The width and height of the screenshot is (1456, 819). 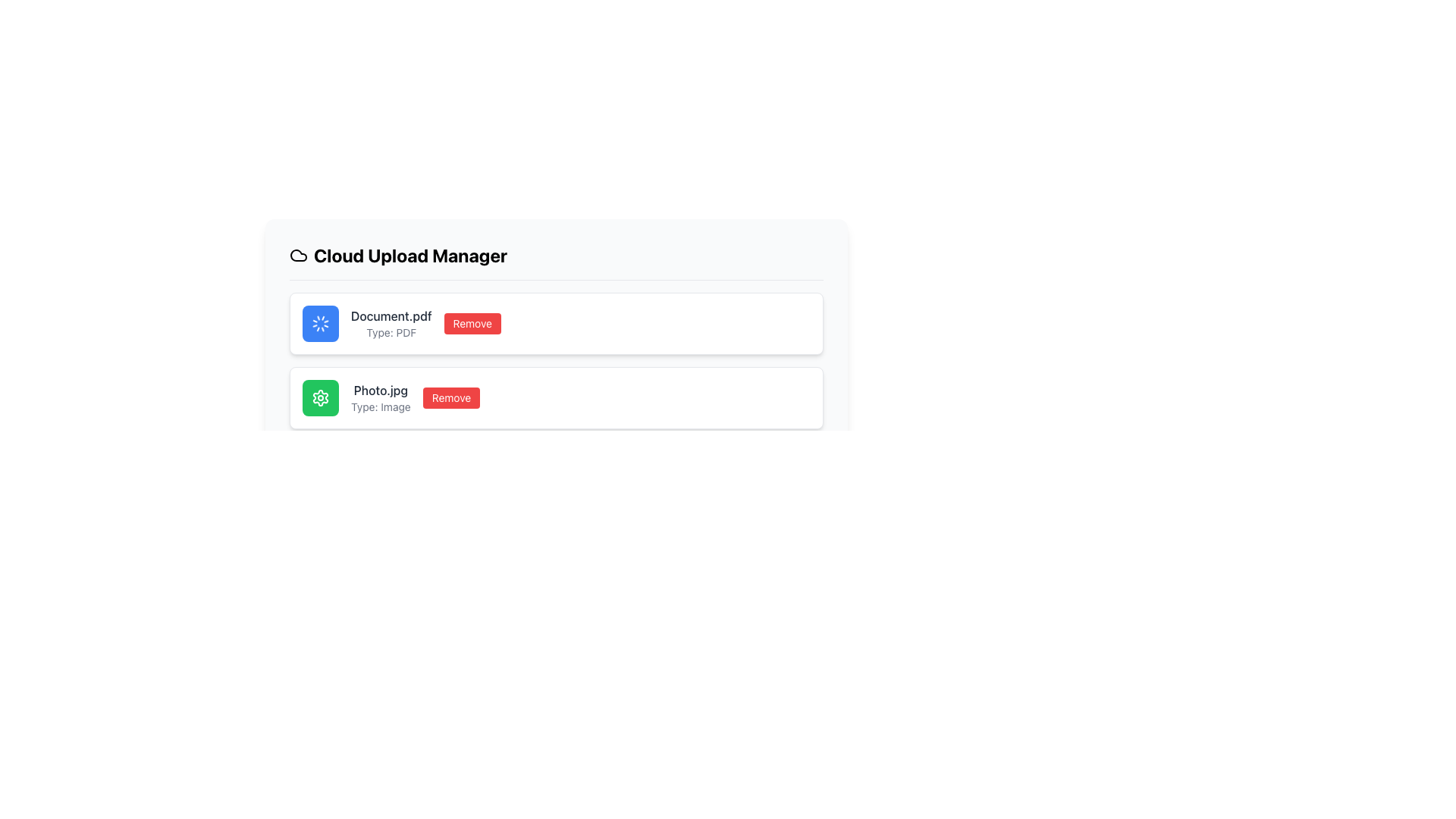 I want to click on the text display component showing the file name 'Document.pdf' and type 'PDF', which is located in the first card of the uploaded files list, so click(x=391, y=323).